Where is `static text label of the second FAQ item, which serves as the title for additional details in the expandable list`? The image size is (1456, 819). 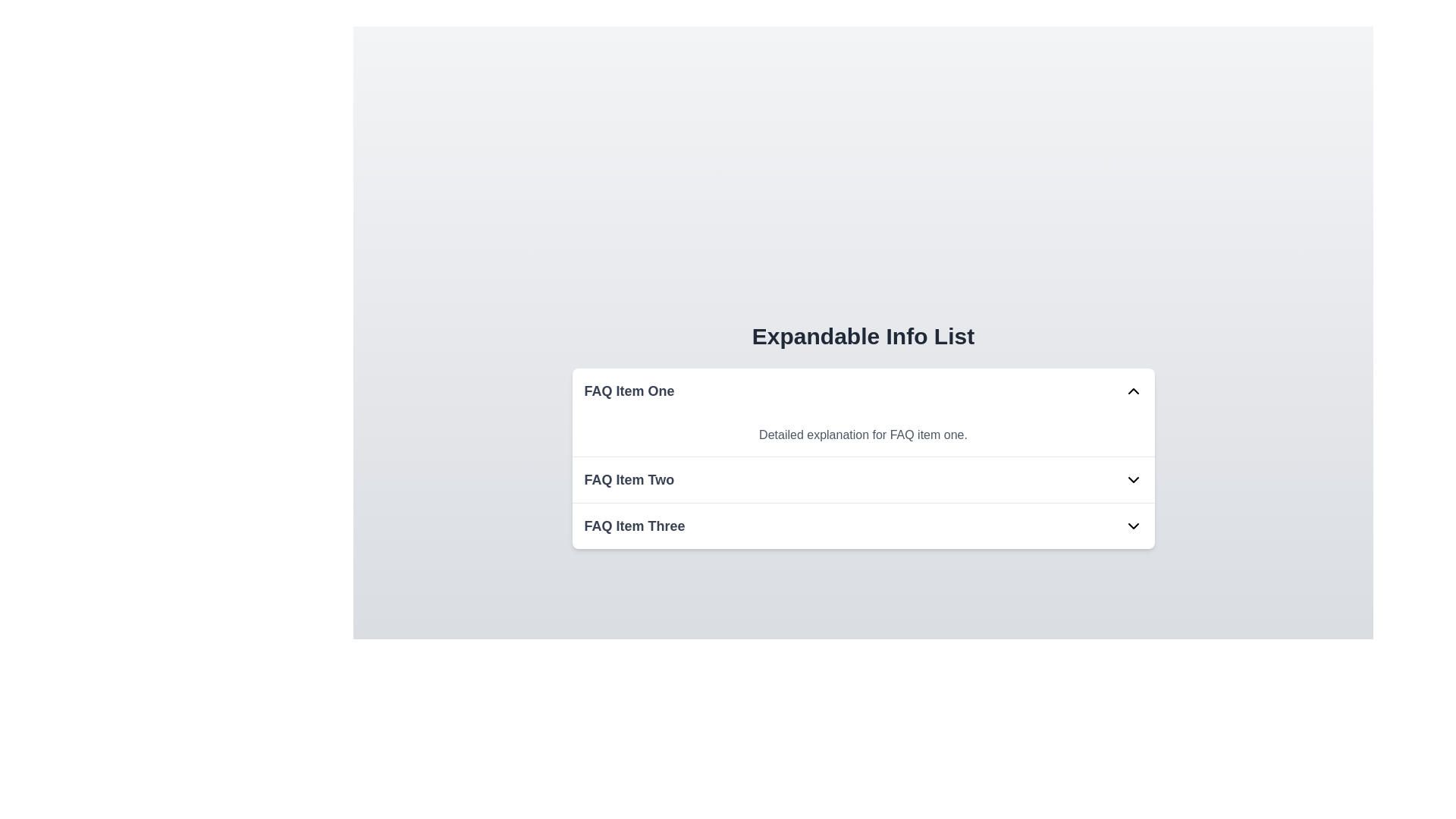 static text label of the second FAQ item, which serves as the title for additional details in the expandable list is located at coordinates (629, 479).